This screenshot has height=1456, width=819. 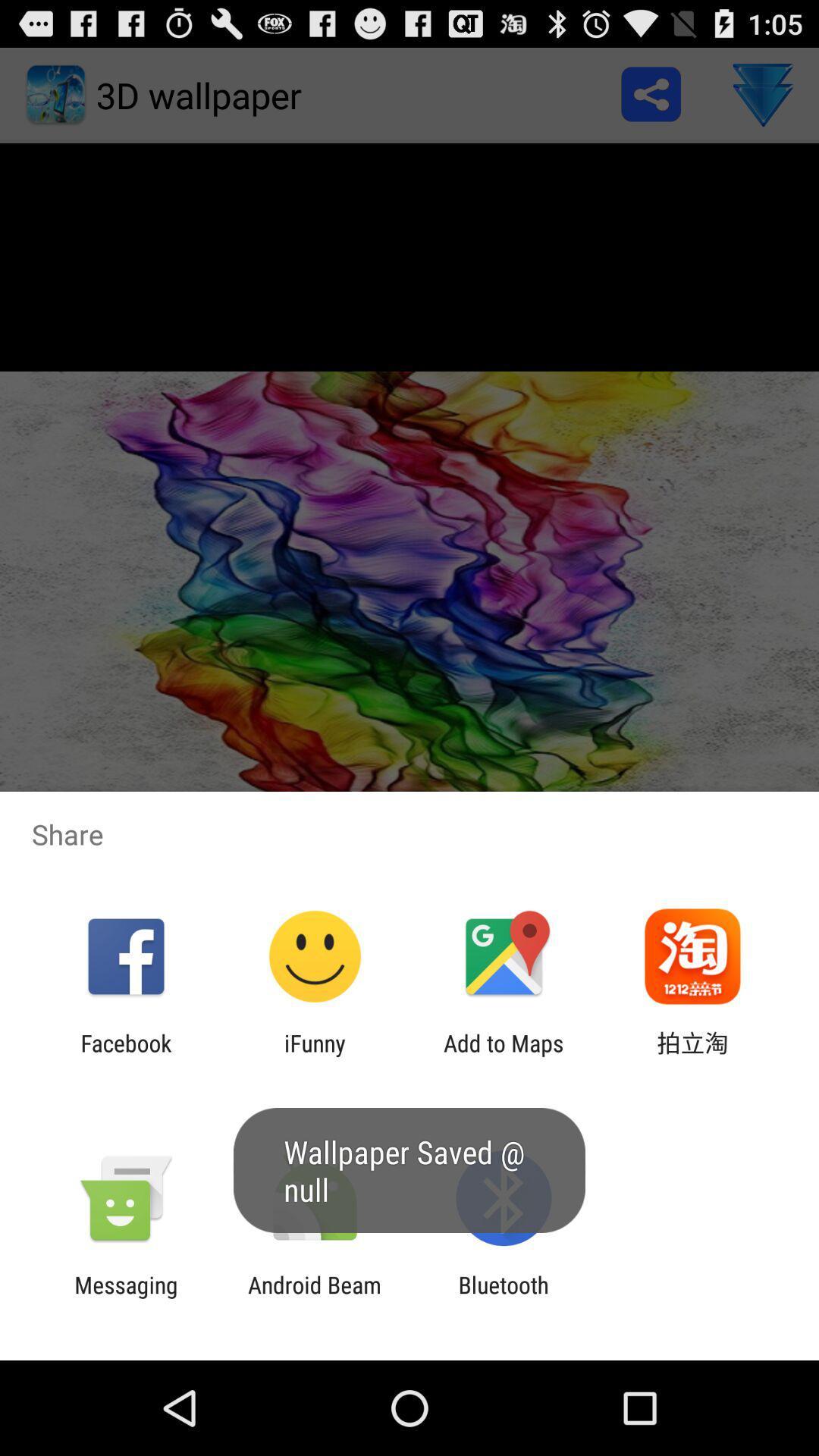 I want to click on app next to the add to maps icon, so click(x=314, y=1056).